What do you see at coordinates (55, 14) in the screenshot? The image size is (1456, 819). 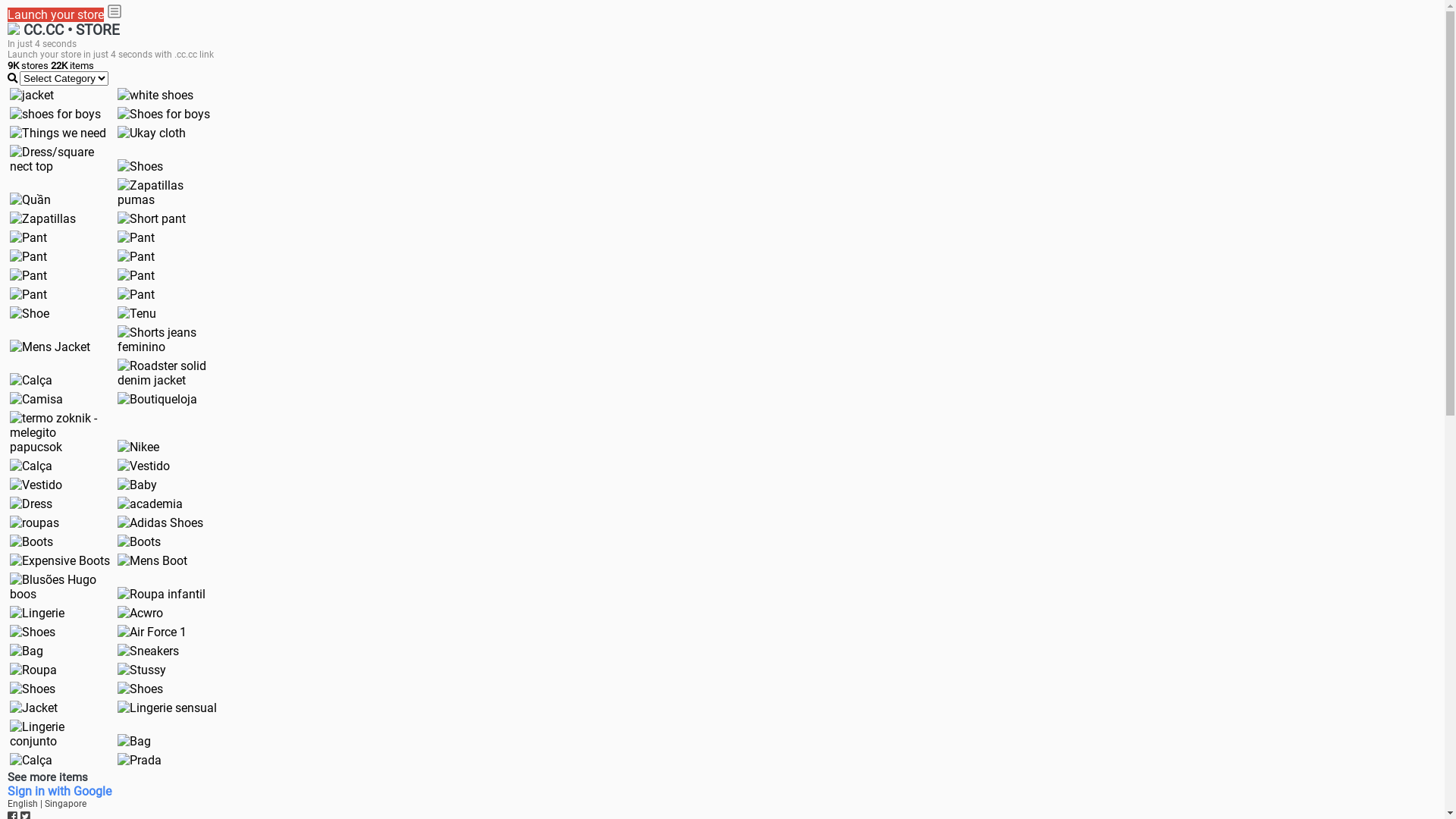 I see `'Launch your store'` at bounding box center [55, 14].